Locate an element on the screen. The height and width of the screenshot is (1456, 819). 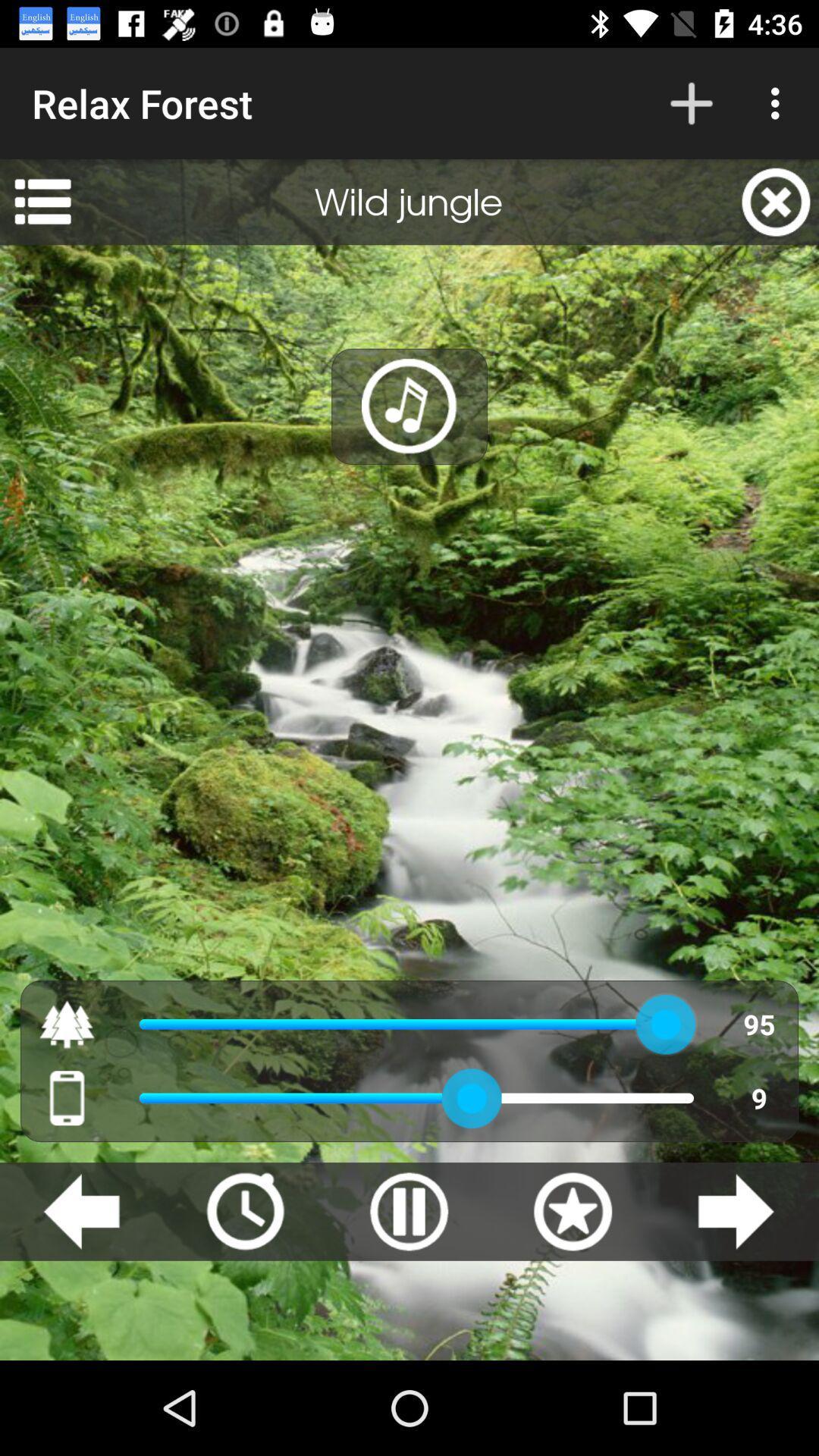
the music icon is located at coordinates (409, 406).